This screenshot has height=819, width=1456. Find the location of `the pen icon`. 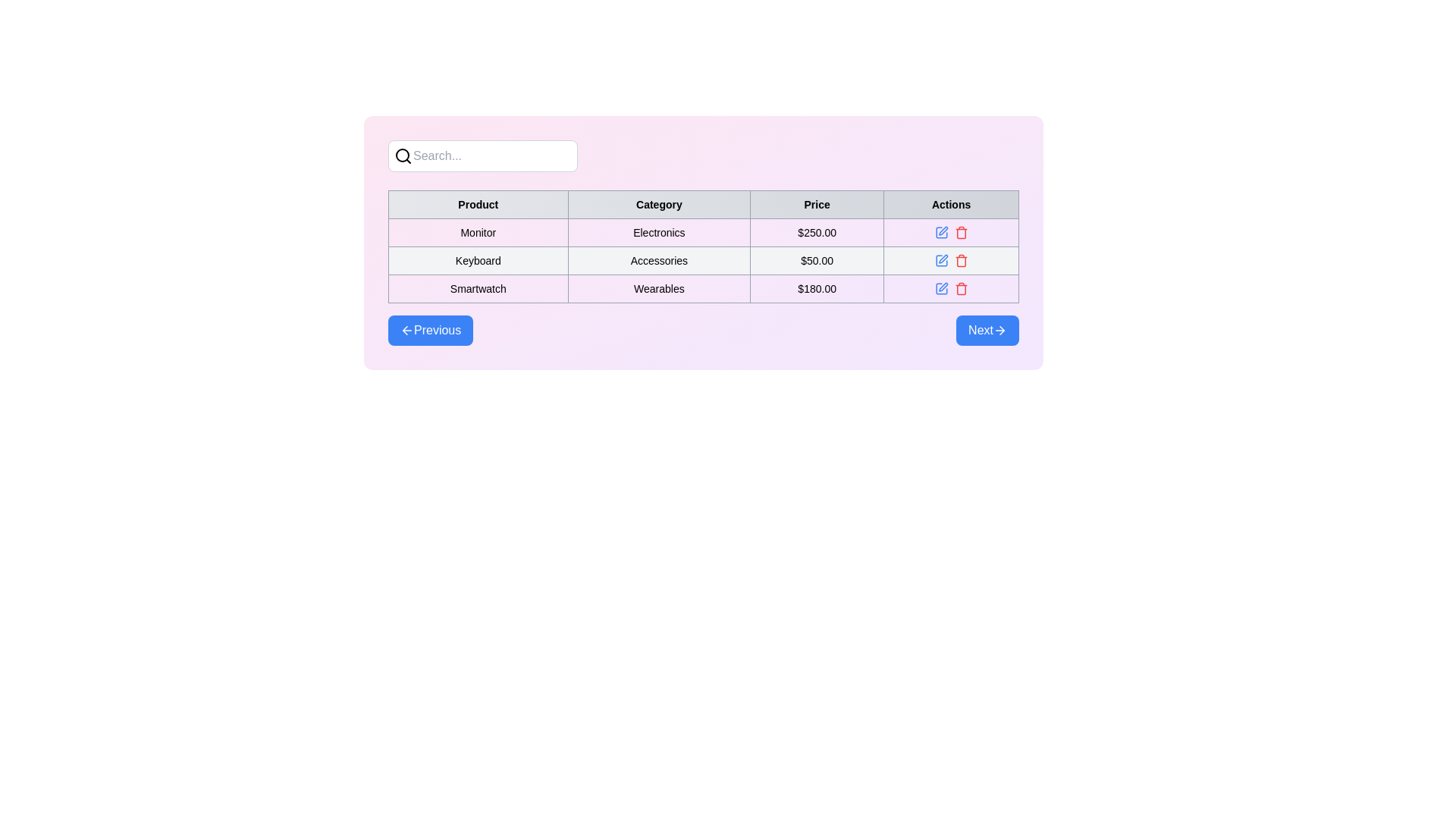

the pen icon is located at coordinates (942, 258).